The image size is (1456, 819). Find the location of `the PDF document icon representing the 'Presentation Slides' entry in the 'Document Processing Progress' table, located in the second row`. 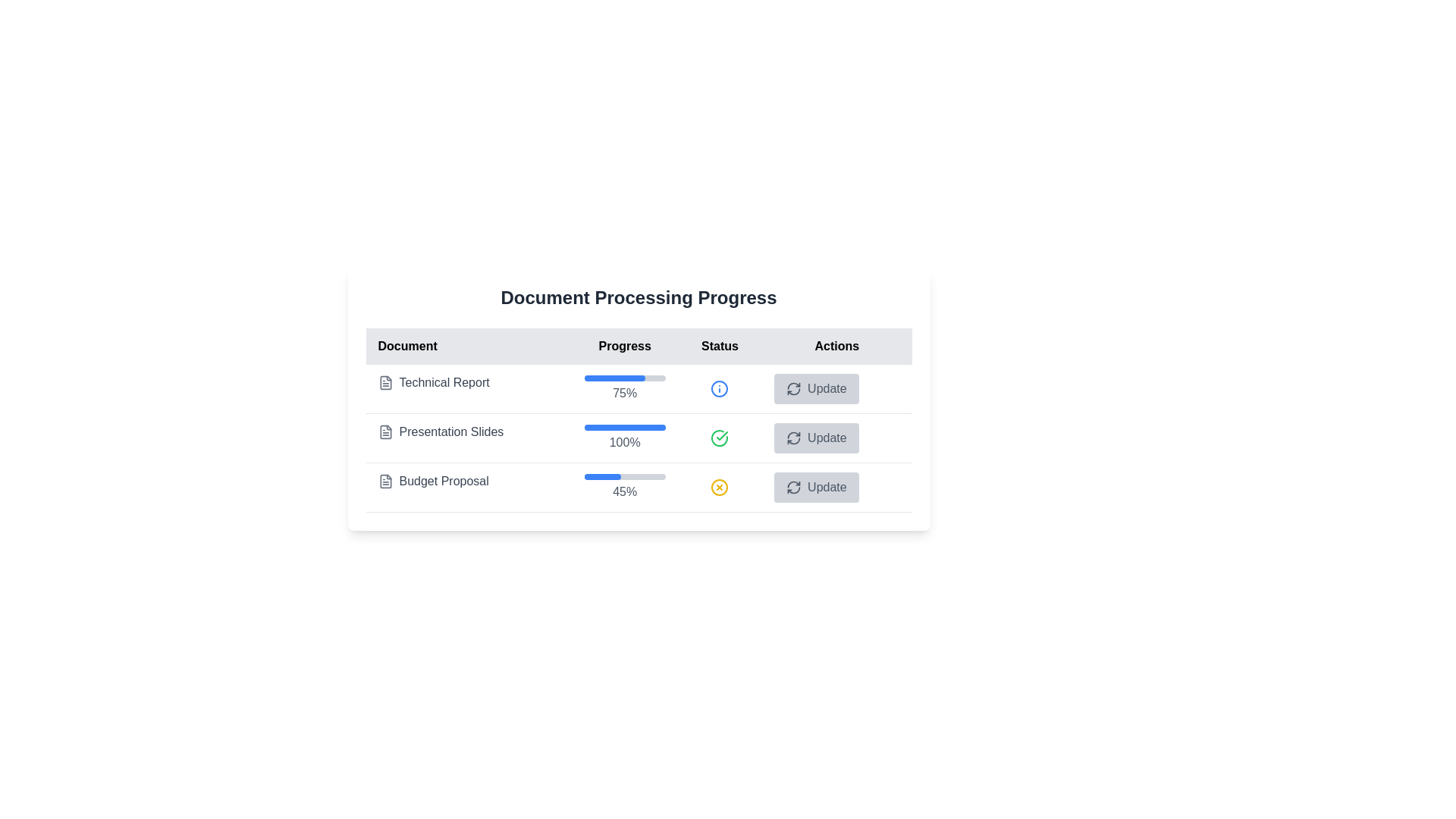

the PDF document icon representing the 'Presentation Slides' entry in the 'Document Processing Progress' table, located in the second row is located at coordinates (385, 432).